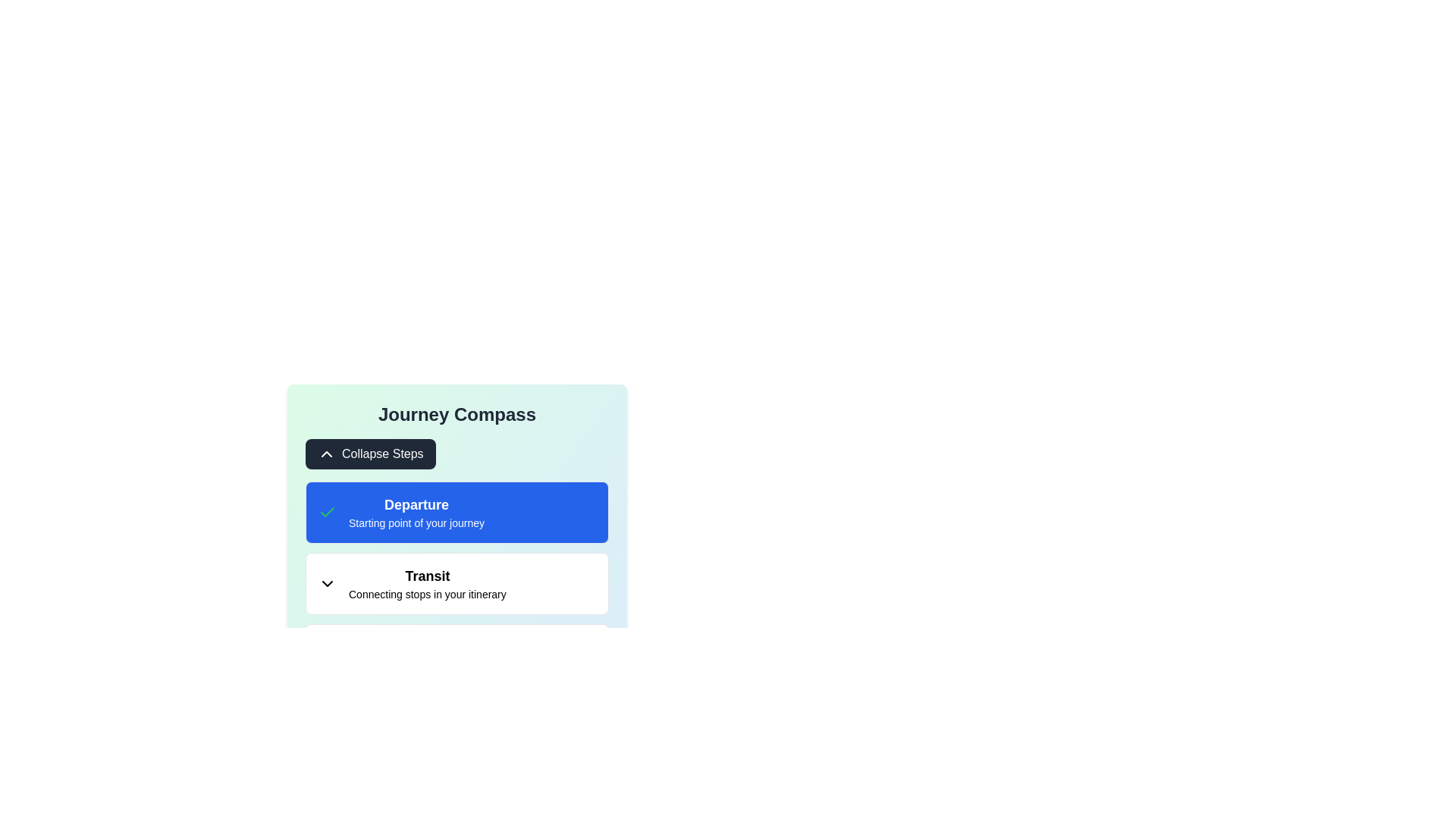  I want to click on the upward-pointing chevron icon vector graphic located to the left of the 'Collapse Steps' text, so click(326, 453).